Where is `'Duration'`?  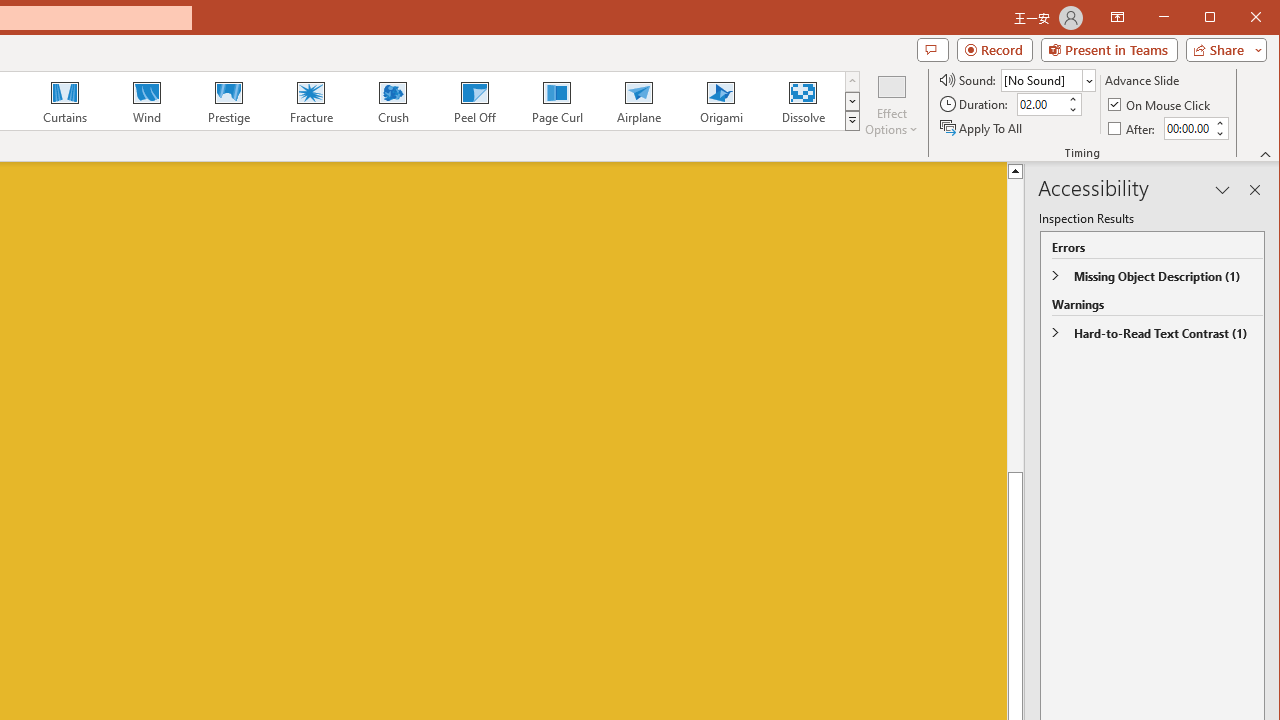
'Duration' is located at coordinates (1040, 104).